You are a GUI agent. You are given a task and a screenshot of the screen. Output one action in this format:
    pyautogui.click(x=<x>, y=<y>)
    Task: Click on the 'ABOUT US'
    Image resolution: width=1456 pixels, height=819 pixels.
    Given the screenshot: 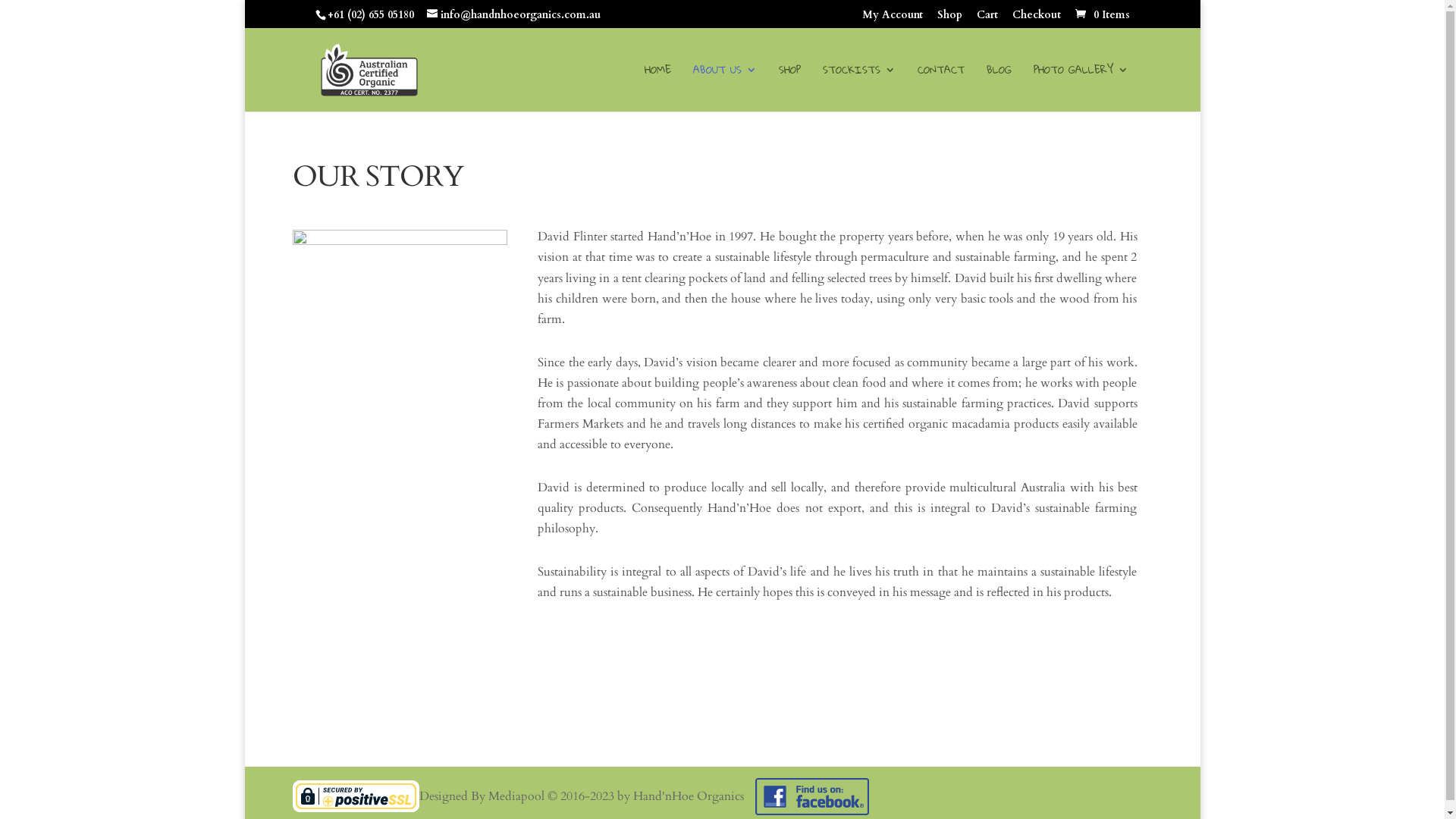 What is the action you would take?
    pyautogui.click(x=723, y=87)
    